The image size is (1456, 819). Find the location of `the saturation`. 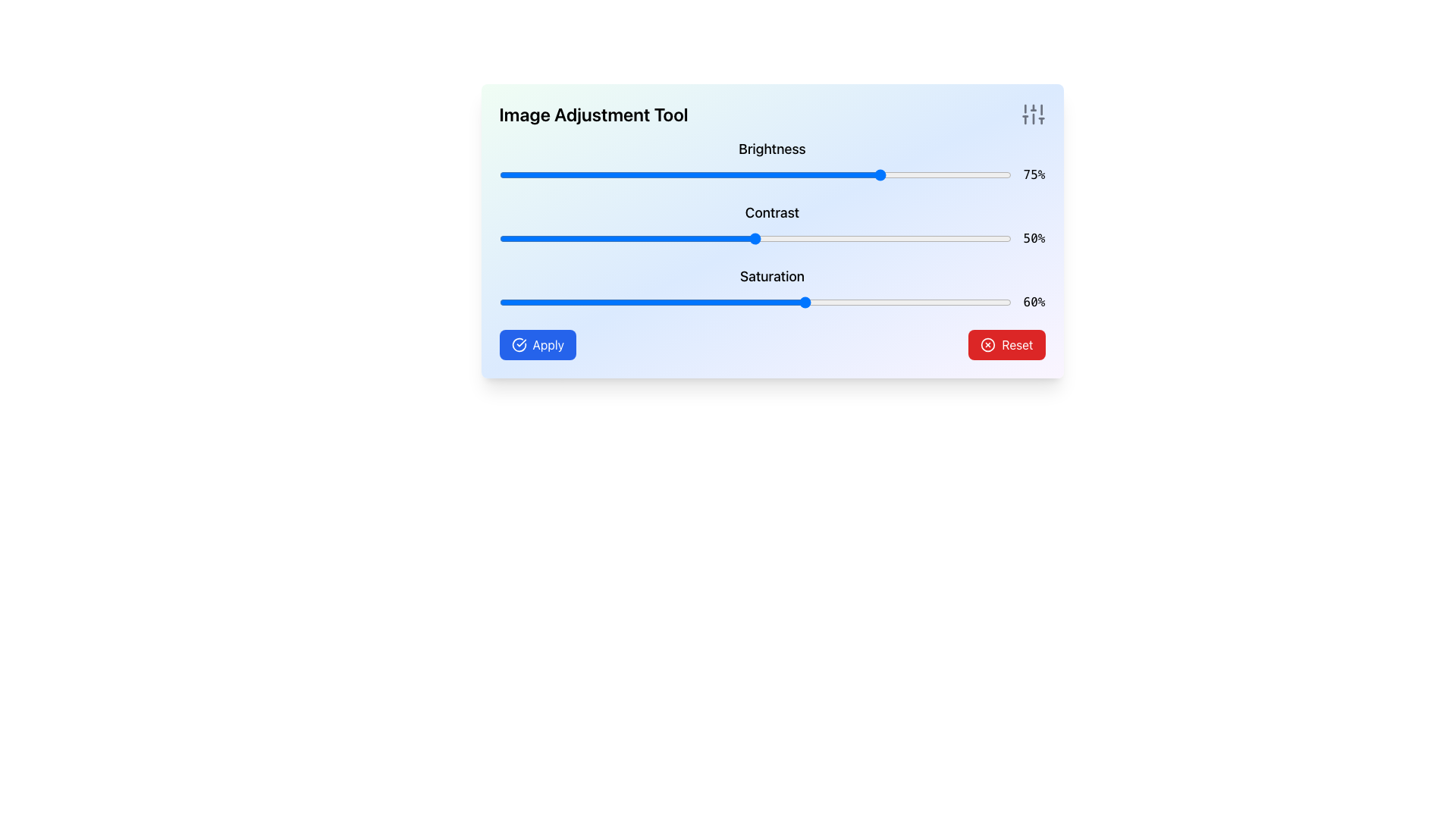

the saturation is located at coordinates (718, 302).